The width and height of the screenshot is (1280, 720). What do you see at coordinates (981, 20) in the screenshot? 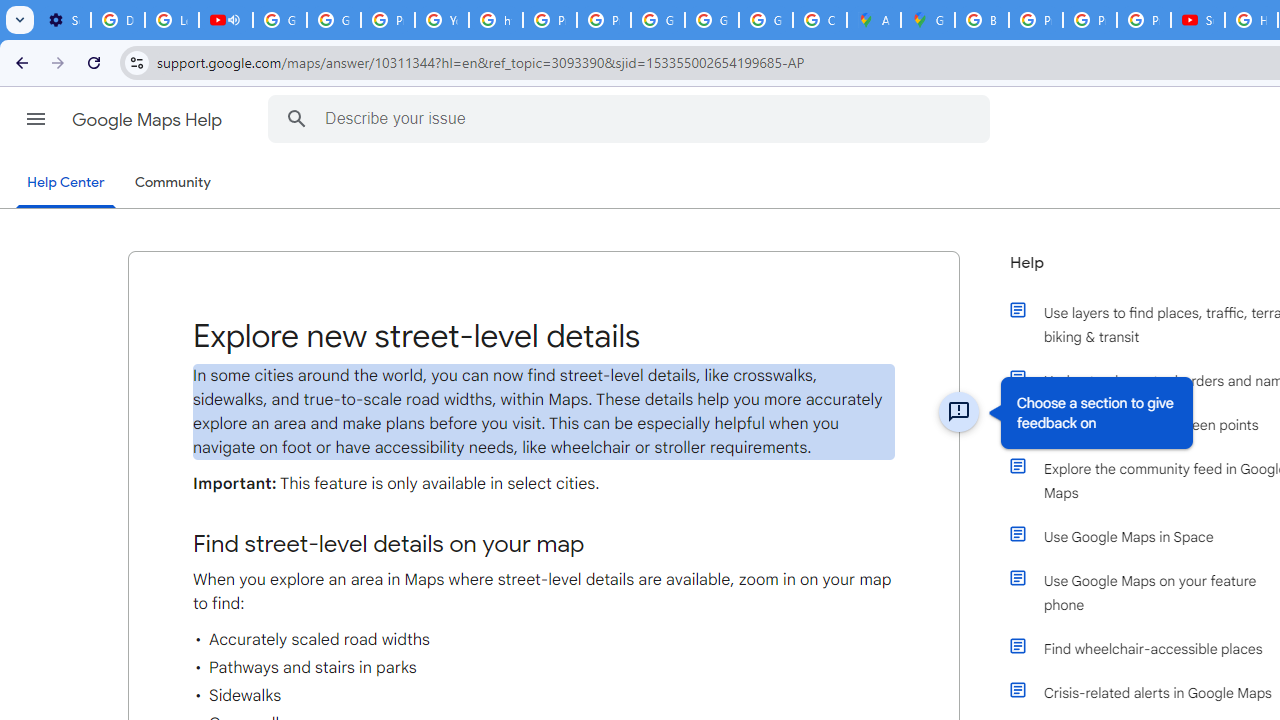
I see `'Blogger Policies and Guidelines - Transparency Center'` at bounding box center [981, 20].